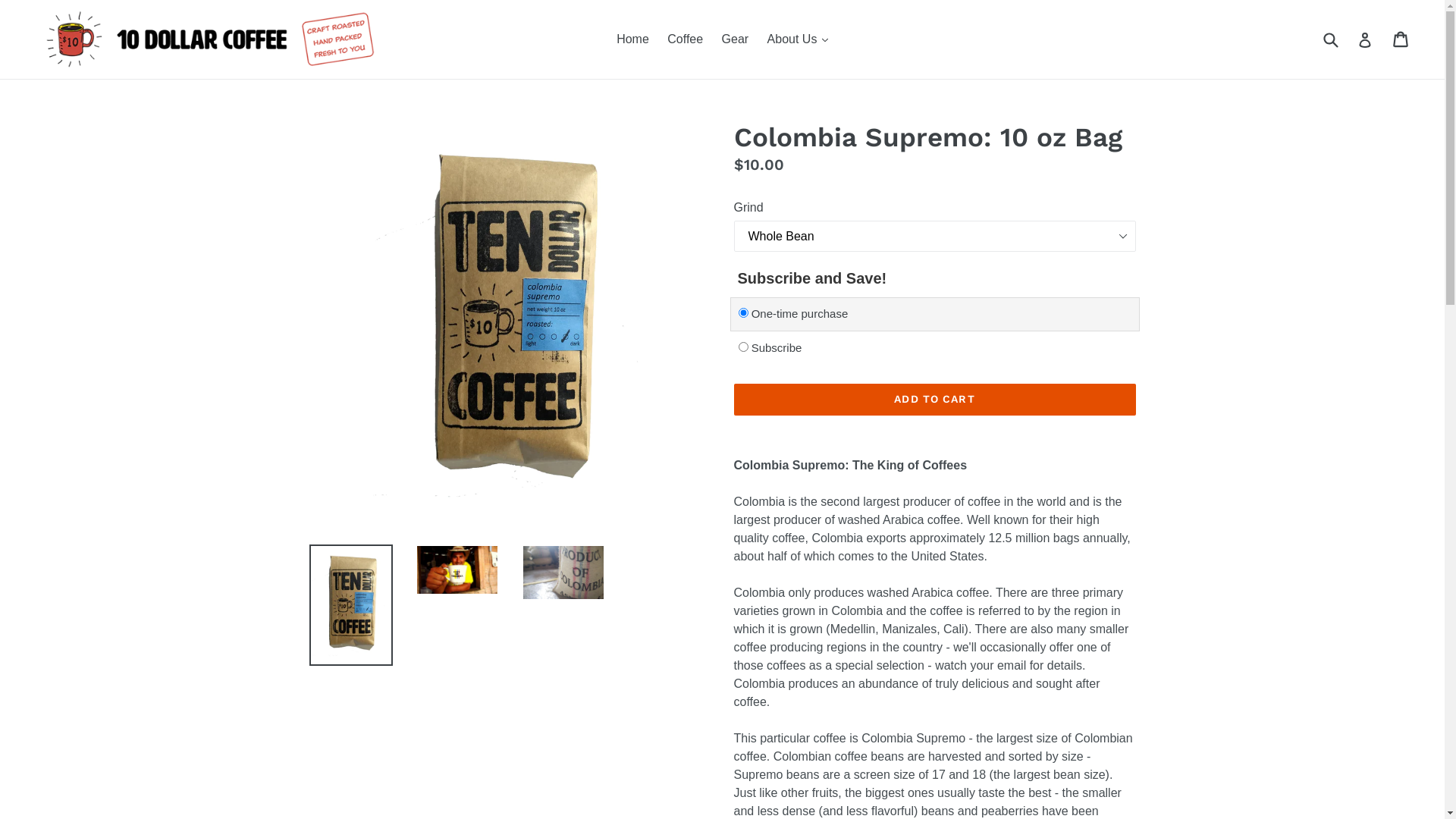 The width and height of the screenshot is (1456, 819). What do you see at coordinates (934, 399) in the screenshot?
I see `'ADD TO CART'` at bounding box center [934, 399].